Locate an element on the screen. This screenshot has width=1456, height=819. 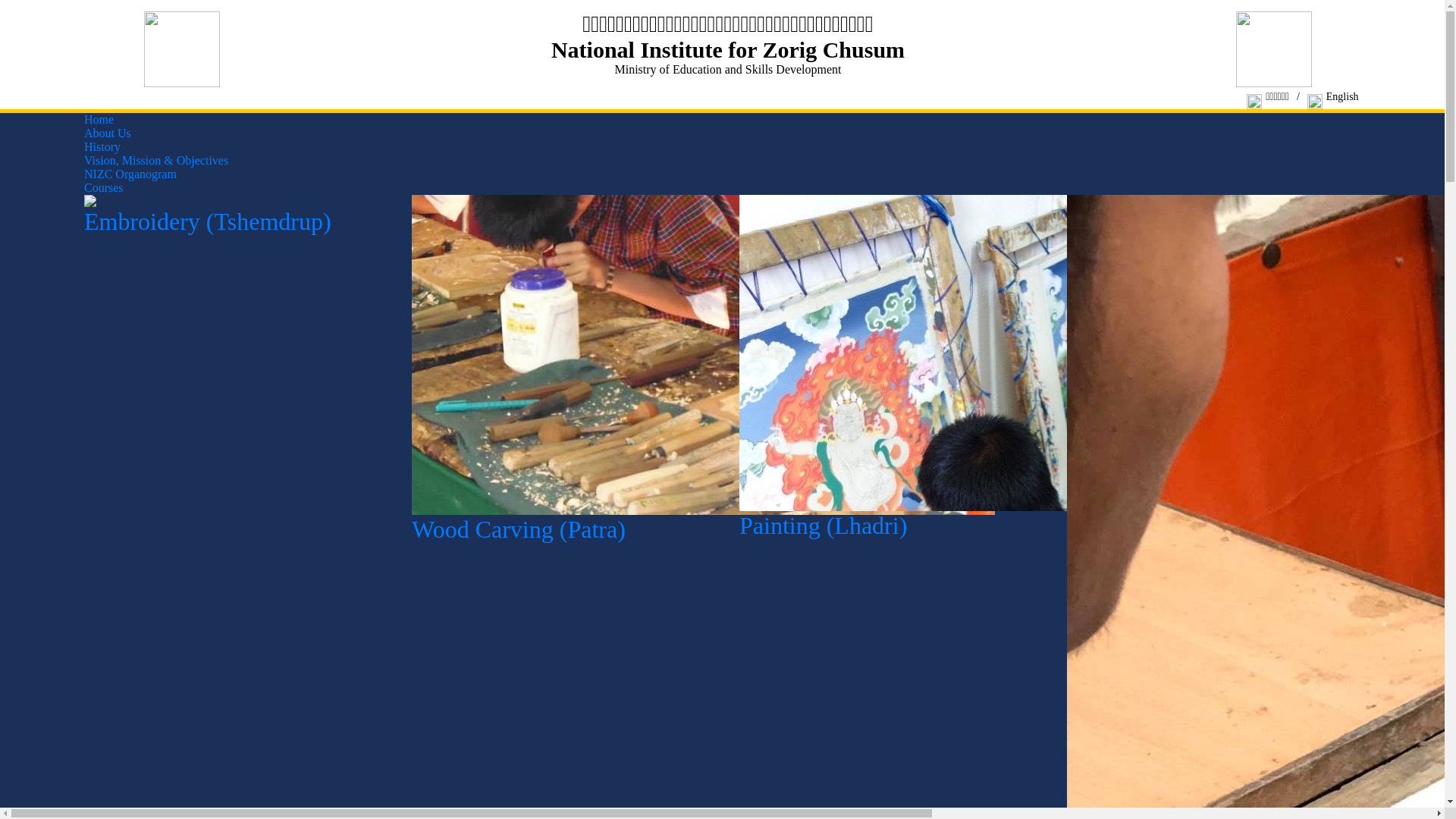
'Home' is located at coordinates (83, 118).